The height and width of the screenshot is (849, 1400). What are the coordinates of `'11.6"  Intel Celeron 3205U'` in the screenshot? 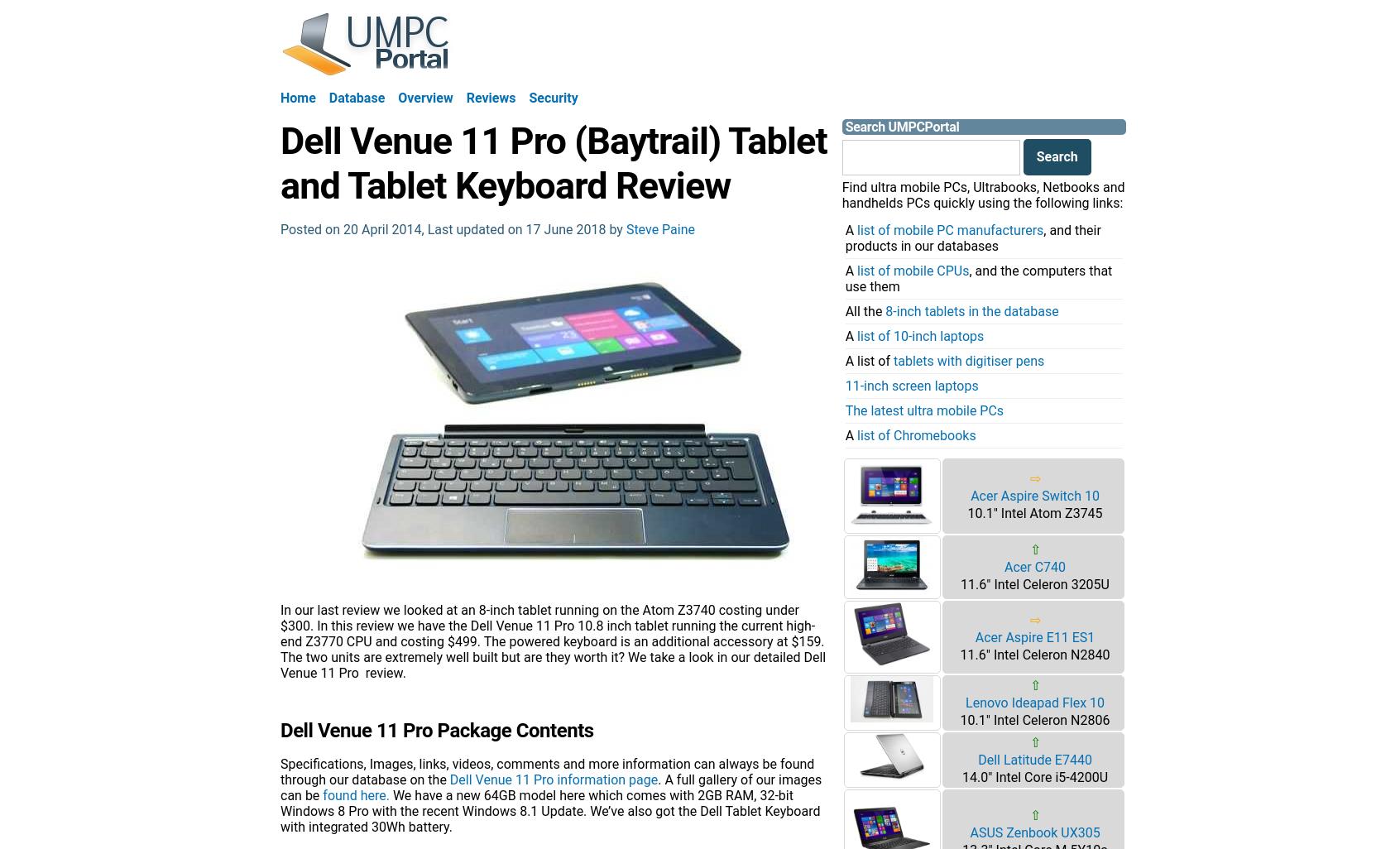 It's located at (960, 583).